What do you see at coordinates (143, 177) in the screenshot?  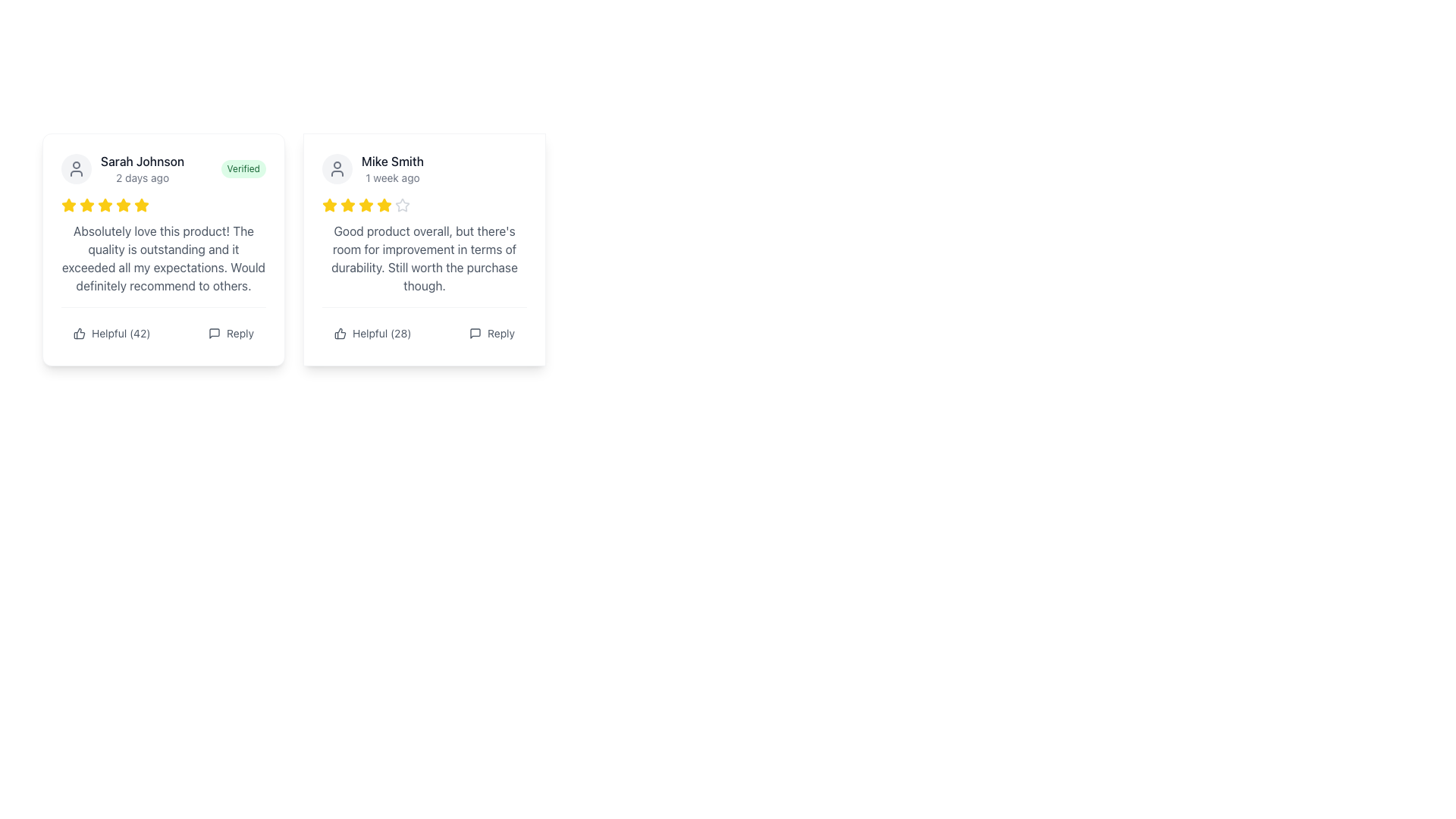 I see `the text label displaying '2 days ago', which is a small light gray font located below 'Sarah Johnson' in the review card layout` at bounding box center [143, 177].